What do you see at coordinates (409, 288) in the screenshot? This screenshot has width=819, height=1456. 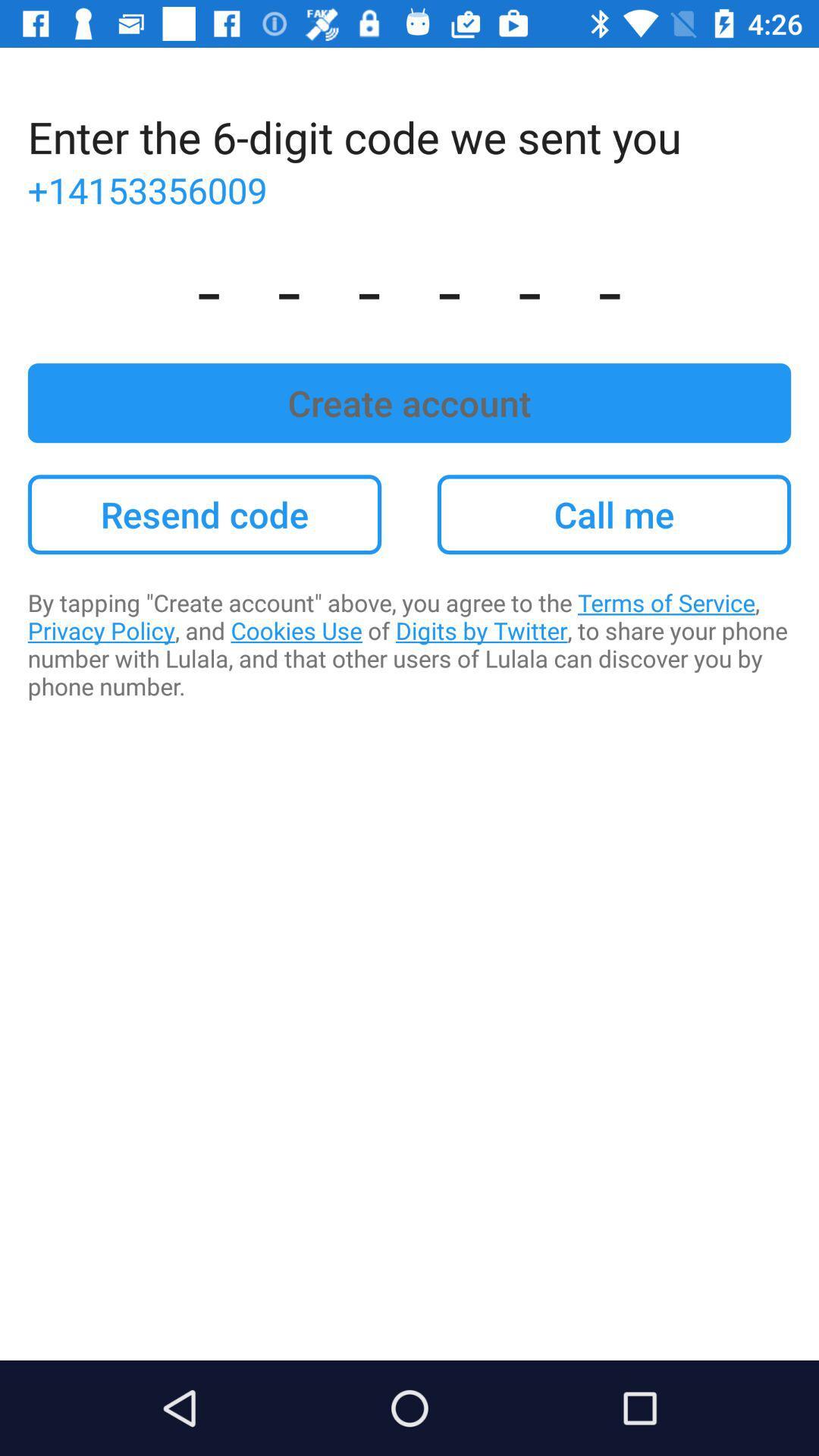 I see `- - - - - - item` at bounding box center [409, 288].